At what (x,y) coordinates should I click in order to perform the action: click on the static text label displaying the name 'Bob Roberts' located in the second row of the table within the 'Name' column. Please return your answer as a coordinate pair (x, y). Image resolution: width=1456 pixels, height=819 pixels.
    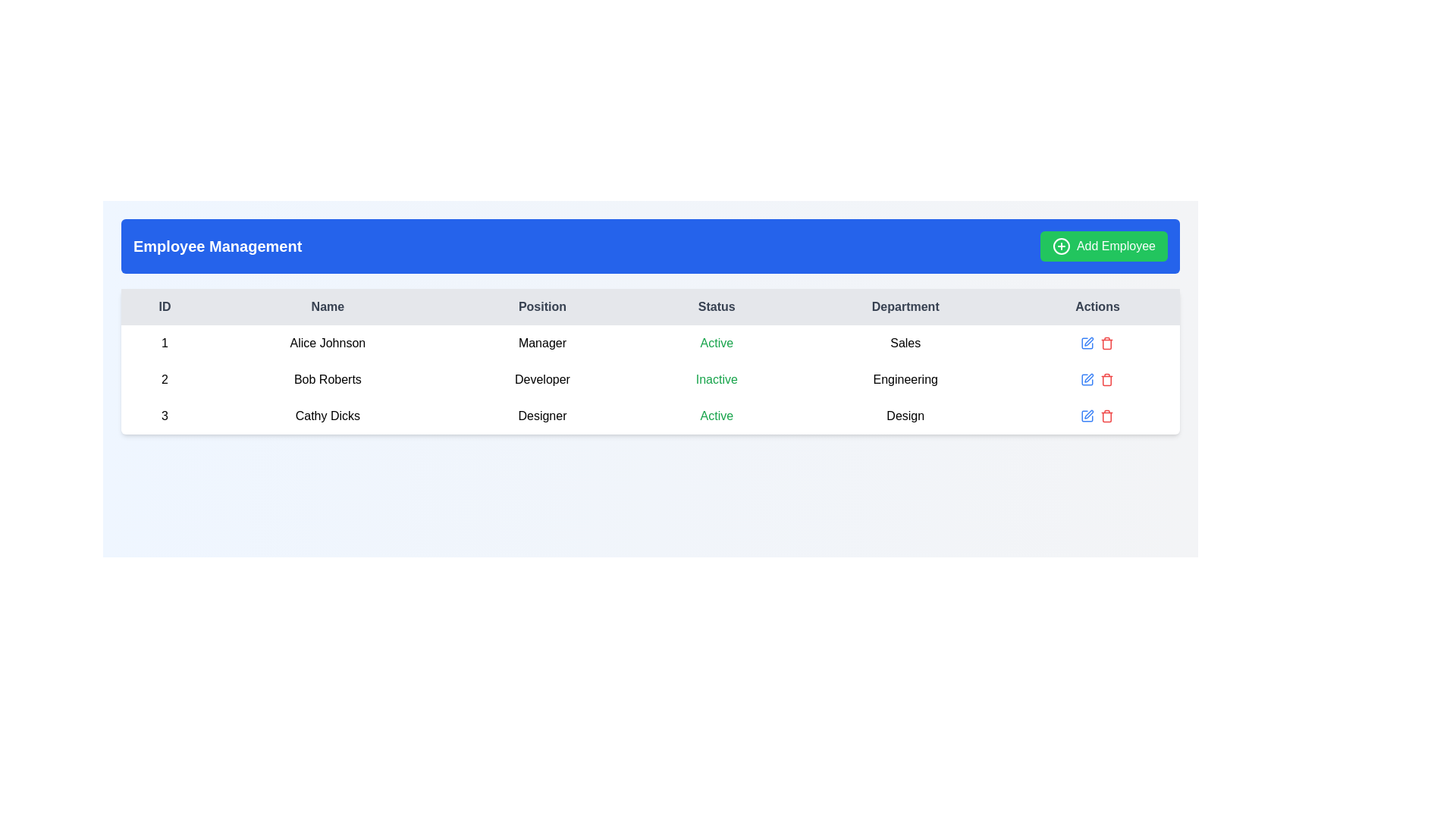
    Looking at the image, I should click on (327, 379).